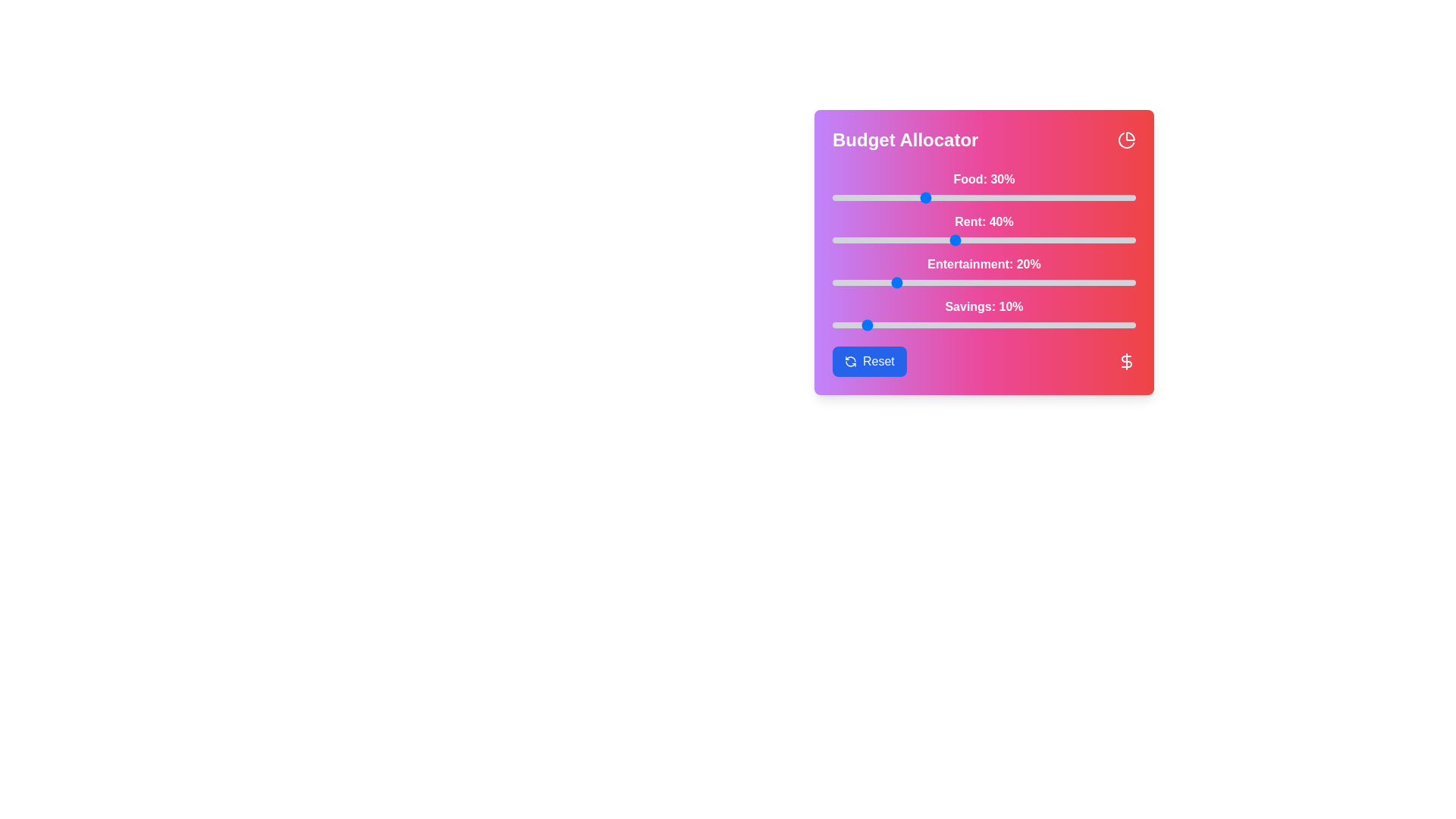 This screenshot has height=819, width=1456. Describe the element at coordinates (1127, 140) in the screenshot. I see `the pie chart icon located in the top-right corner of the interface, next to the 'Budget Allocator' title` at that location.